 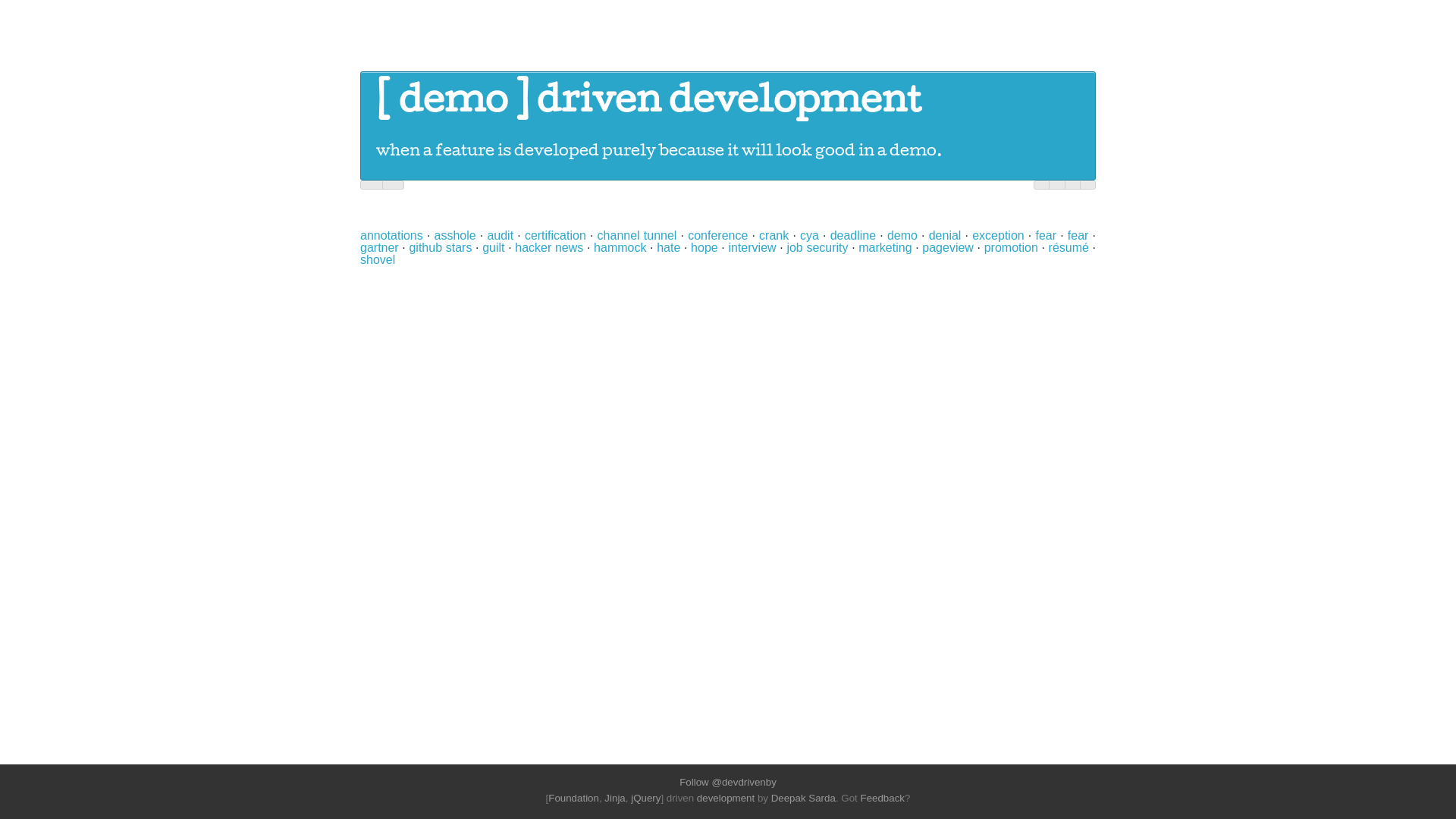 I want to click on 'source', so click(x=1056, y=184).